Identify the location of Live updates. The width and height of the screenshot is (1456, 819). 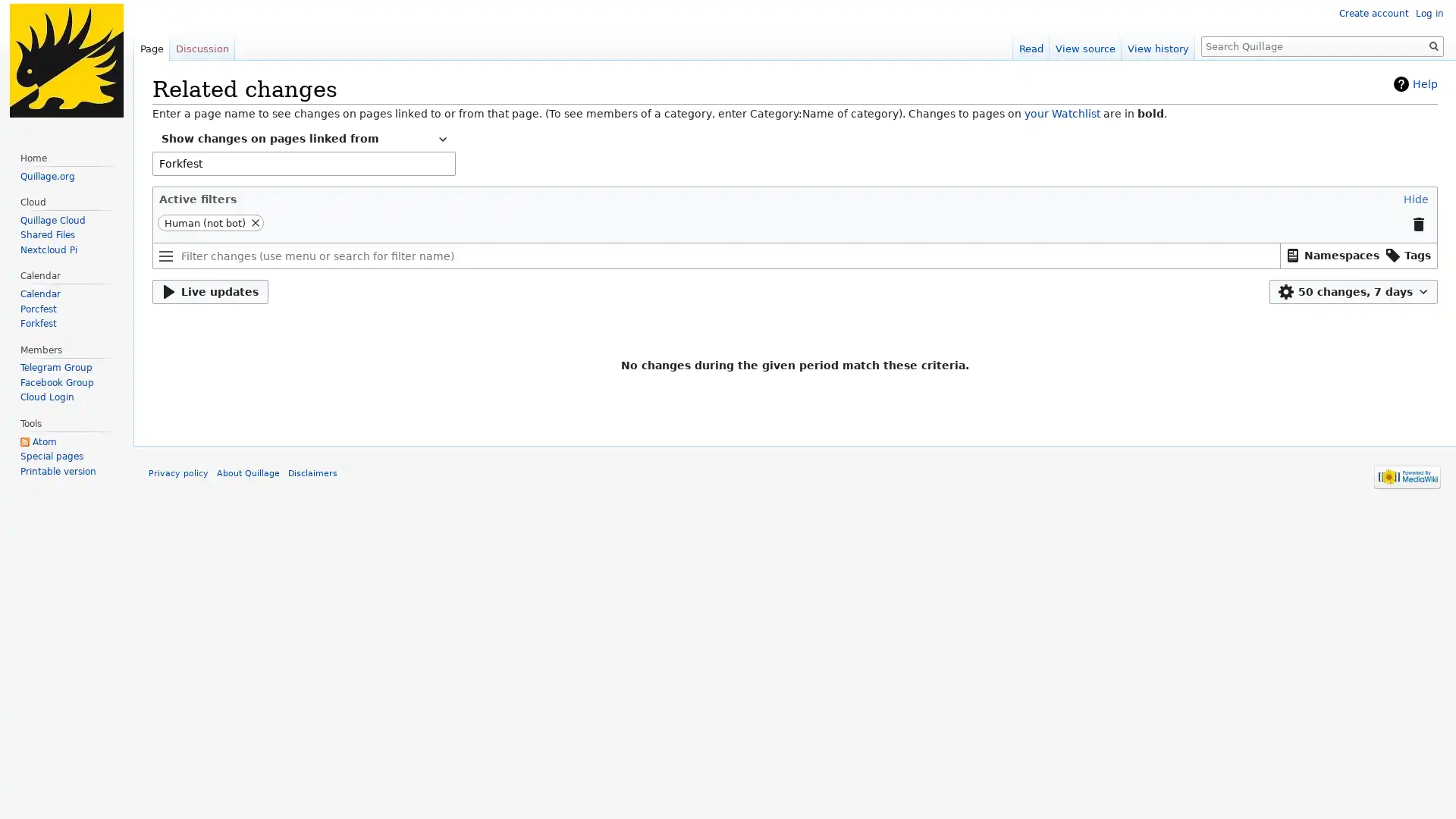
(209, 292).